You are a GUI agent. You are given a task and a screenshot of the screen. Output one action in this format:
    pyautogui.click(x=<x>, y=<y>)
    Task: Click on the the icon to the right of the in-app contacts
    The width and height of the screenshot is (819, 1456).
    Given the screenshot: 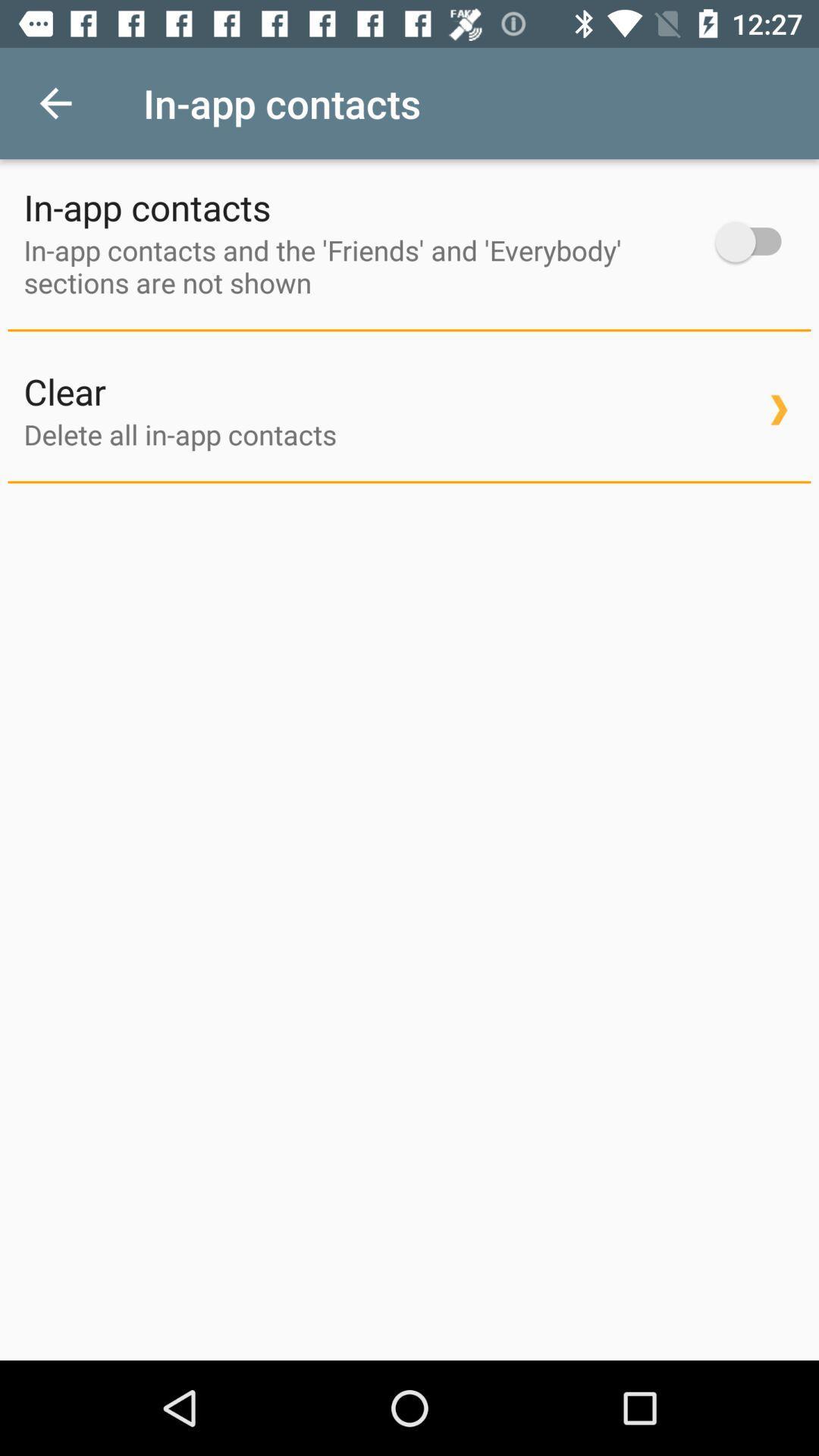 What is the action you would take?
    pyautogui.click(x=755, y=241)
    